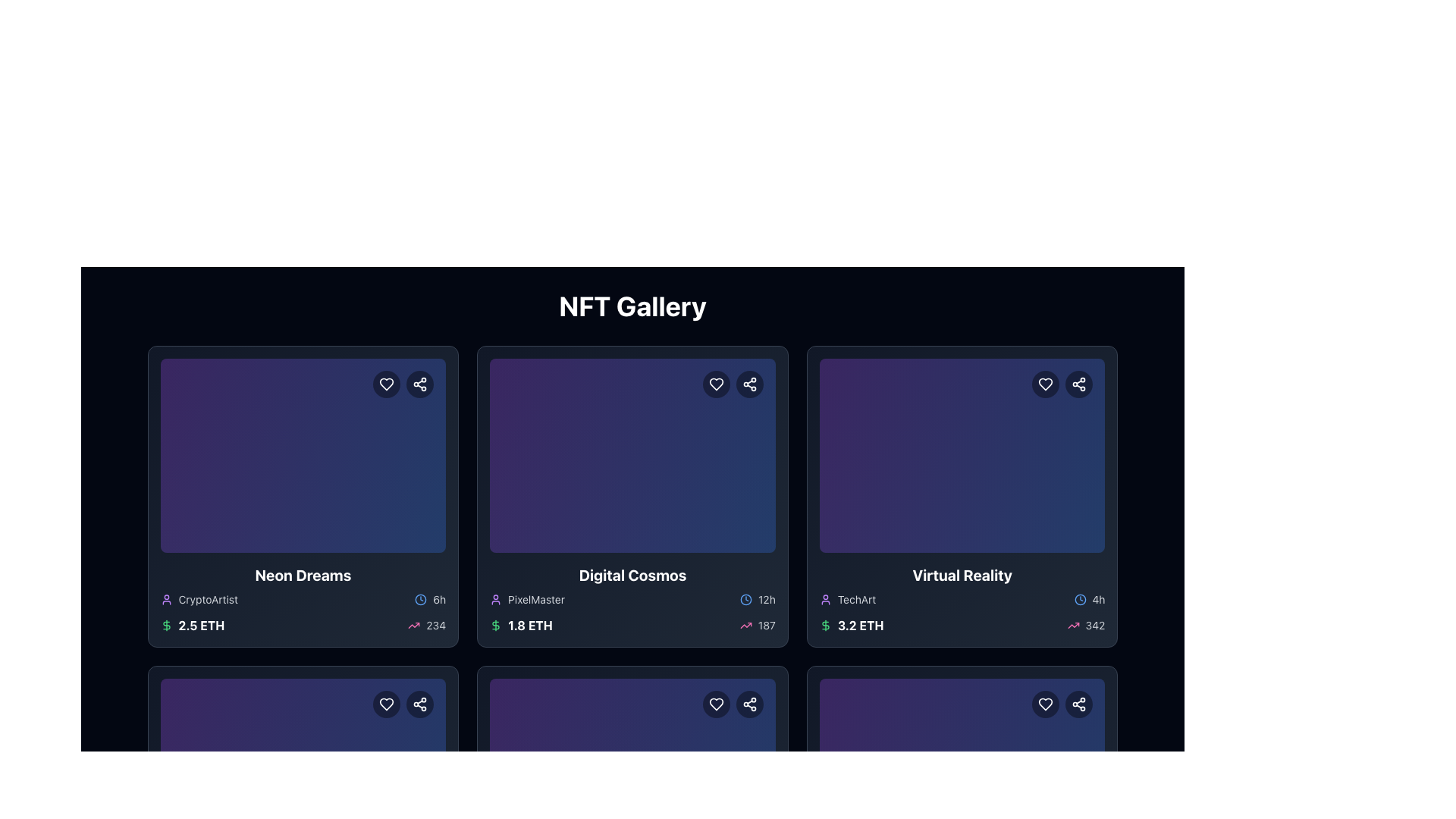  Describe the element at coordinates (166, 598) in the screenshot. I see `the purple user silhouette icon adjacent to the text 'CryptoArtist' in the metadata section below the media card labeled 'Neon Dreams'` at that location.